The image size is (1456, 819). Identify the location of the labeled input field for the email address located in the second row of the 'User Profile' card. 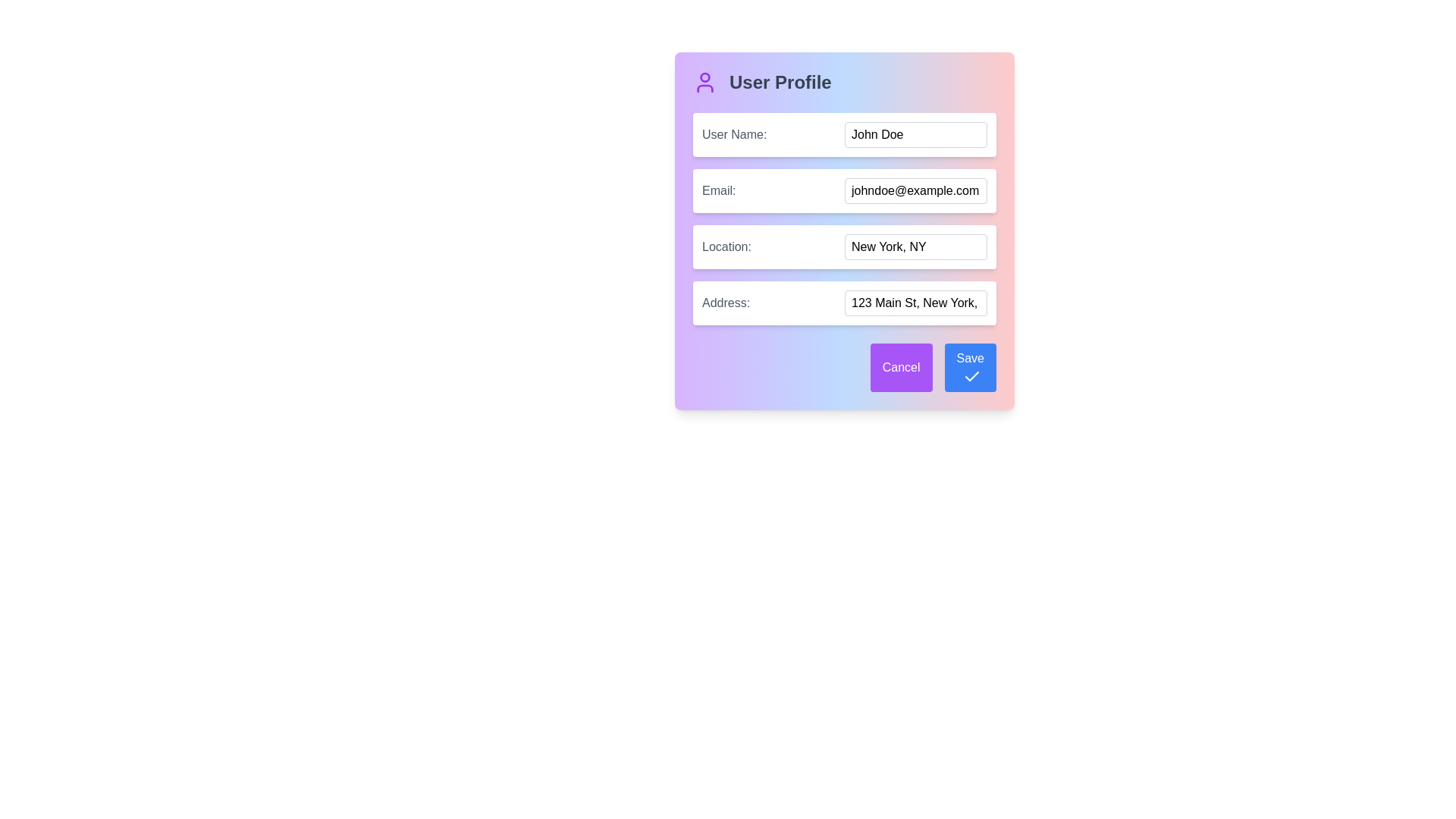
(843, 190).